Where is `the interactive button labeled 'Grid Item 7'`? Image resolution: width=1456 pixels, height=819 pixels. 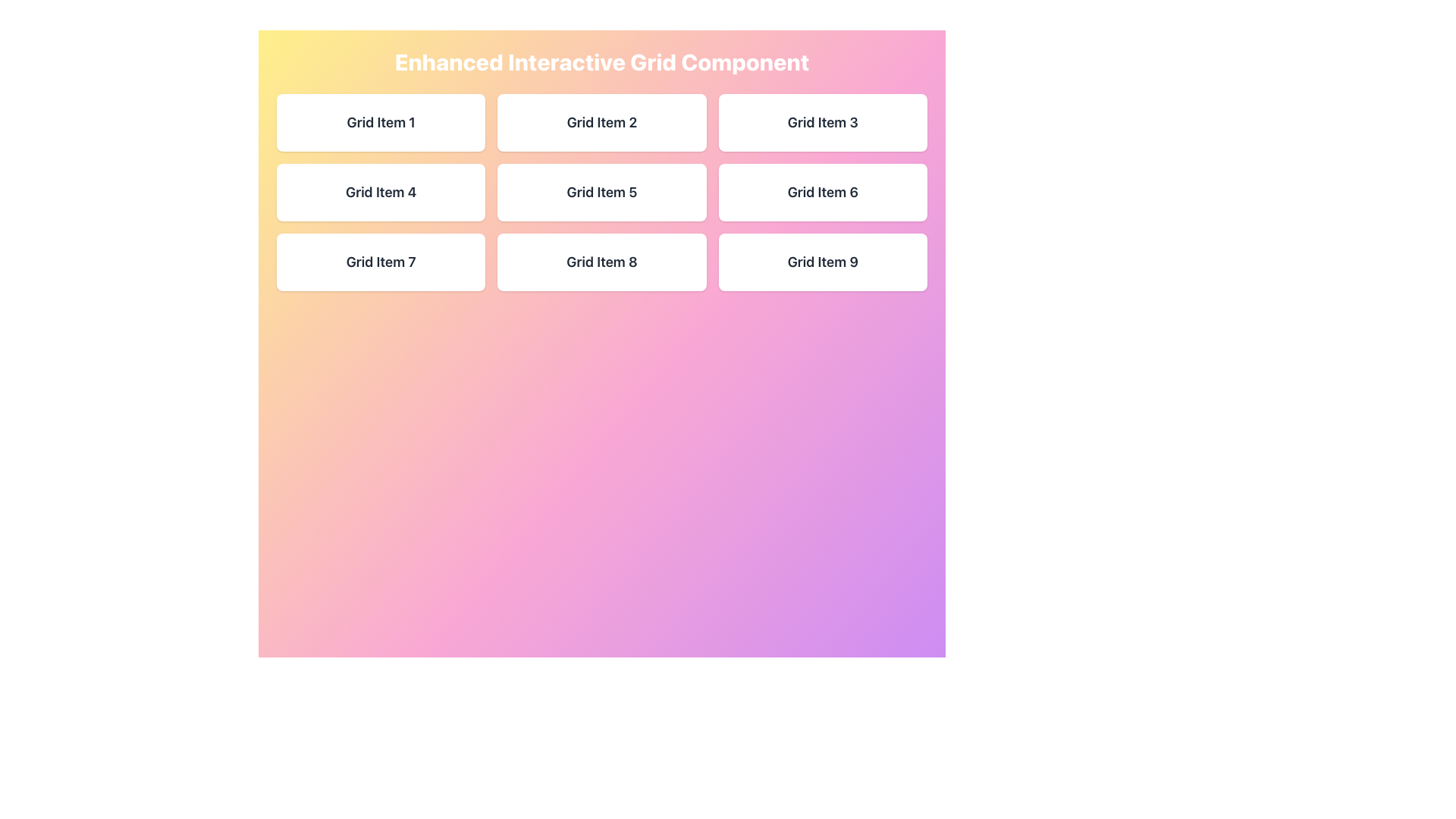
the interactive button labeled 'Grid Item 7' is located at coordinates (381, 262).